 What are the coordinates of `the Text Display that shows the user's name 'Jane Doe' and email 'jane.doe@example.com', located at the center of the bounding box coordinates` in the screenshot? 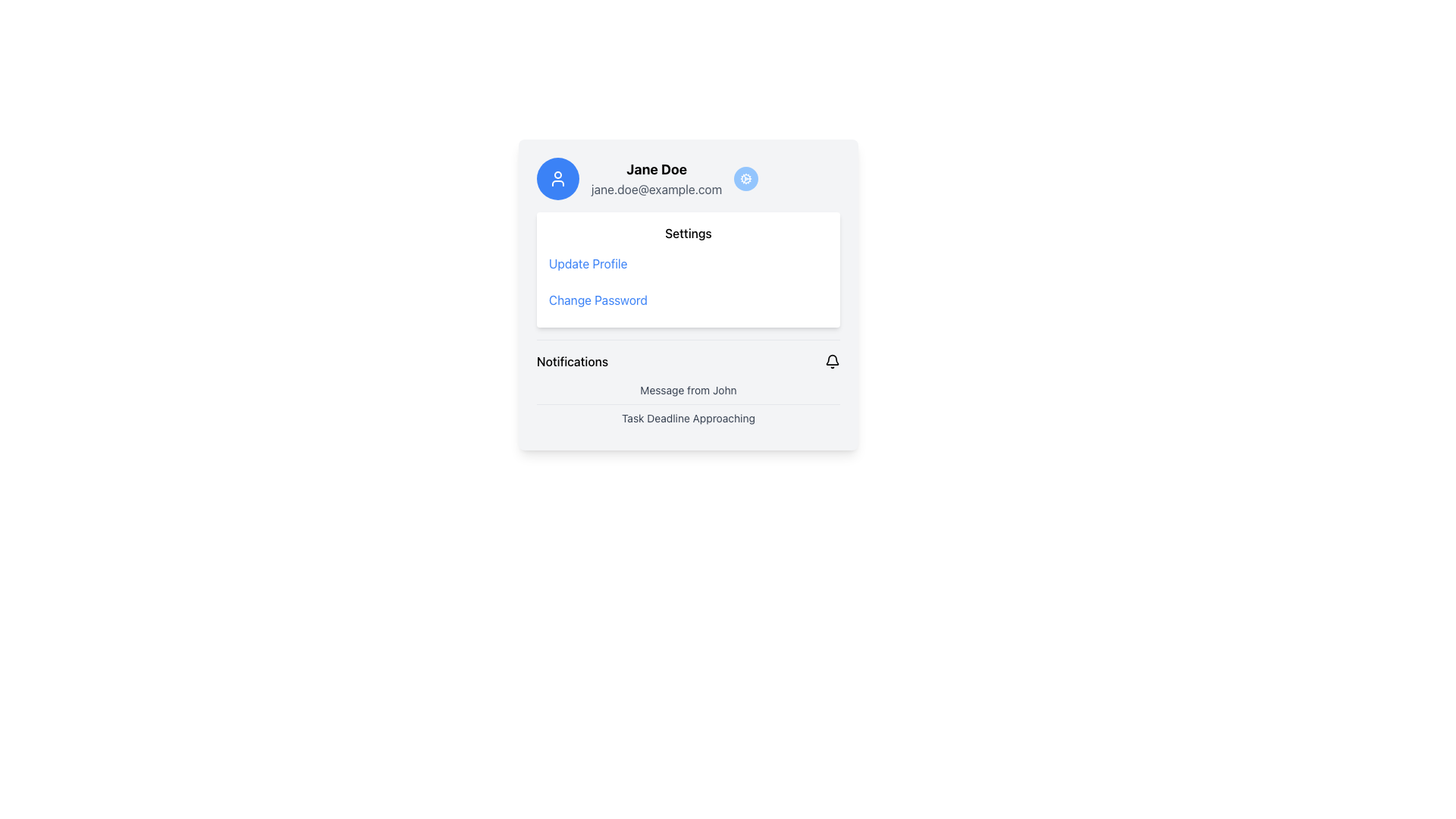 It's located at (687, 177).